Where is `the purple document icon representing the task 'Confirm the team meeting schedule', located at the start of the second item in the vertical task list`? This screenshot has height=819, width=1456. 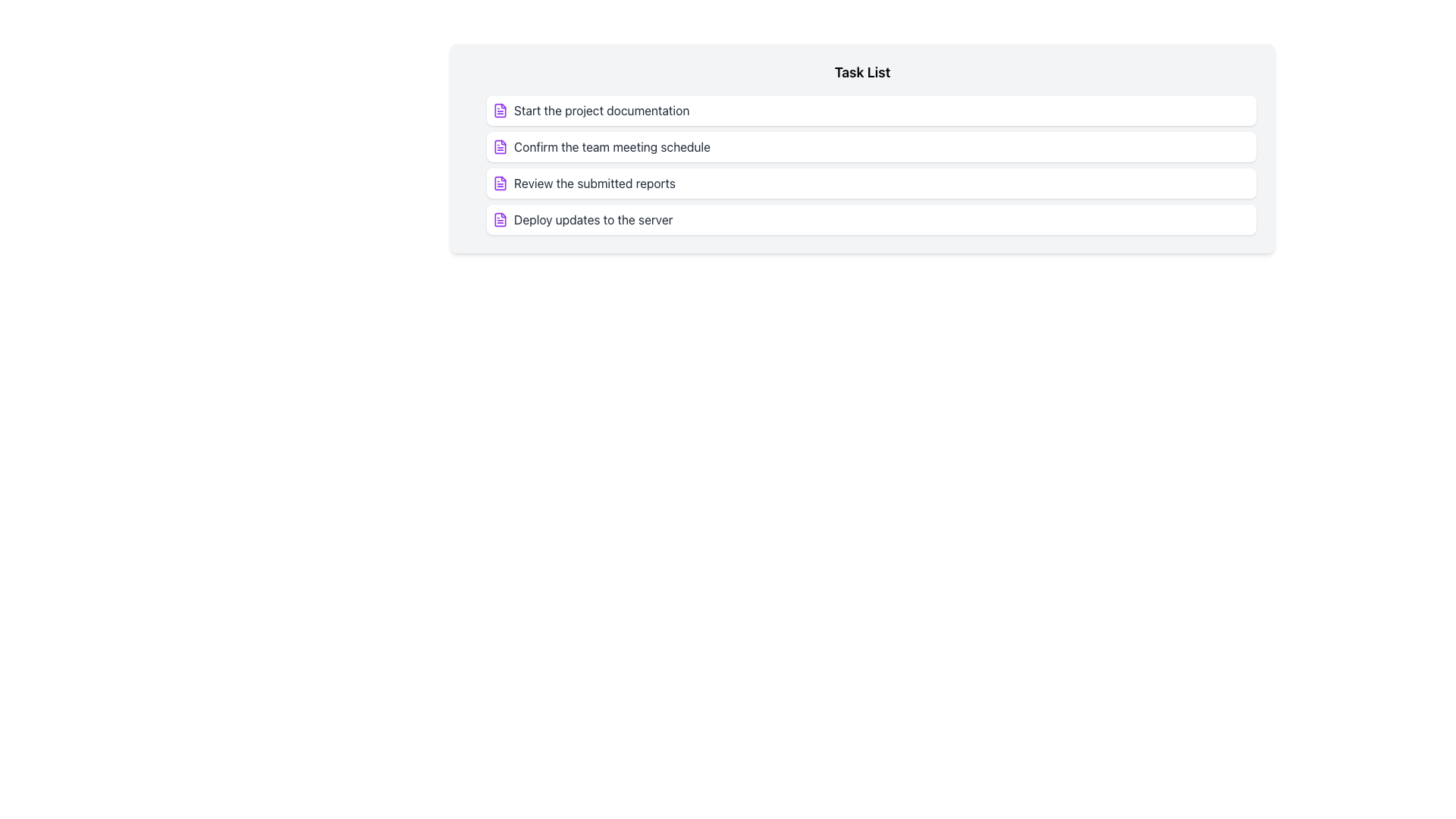 the purple document icon representing the task 'Confirm the team meeting schedule', located at the start of the second item in the vertical task list is located at coordinates (500, 146).